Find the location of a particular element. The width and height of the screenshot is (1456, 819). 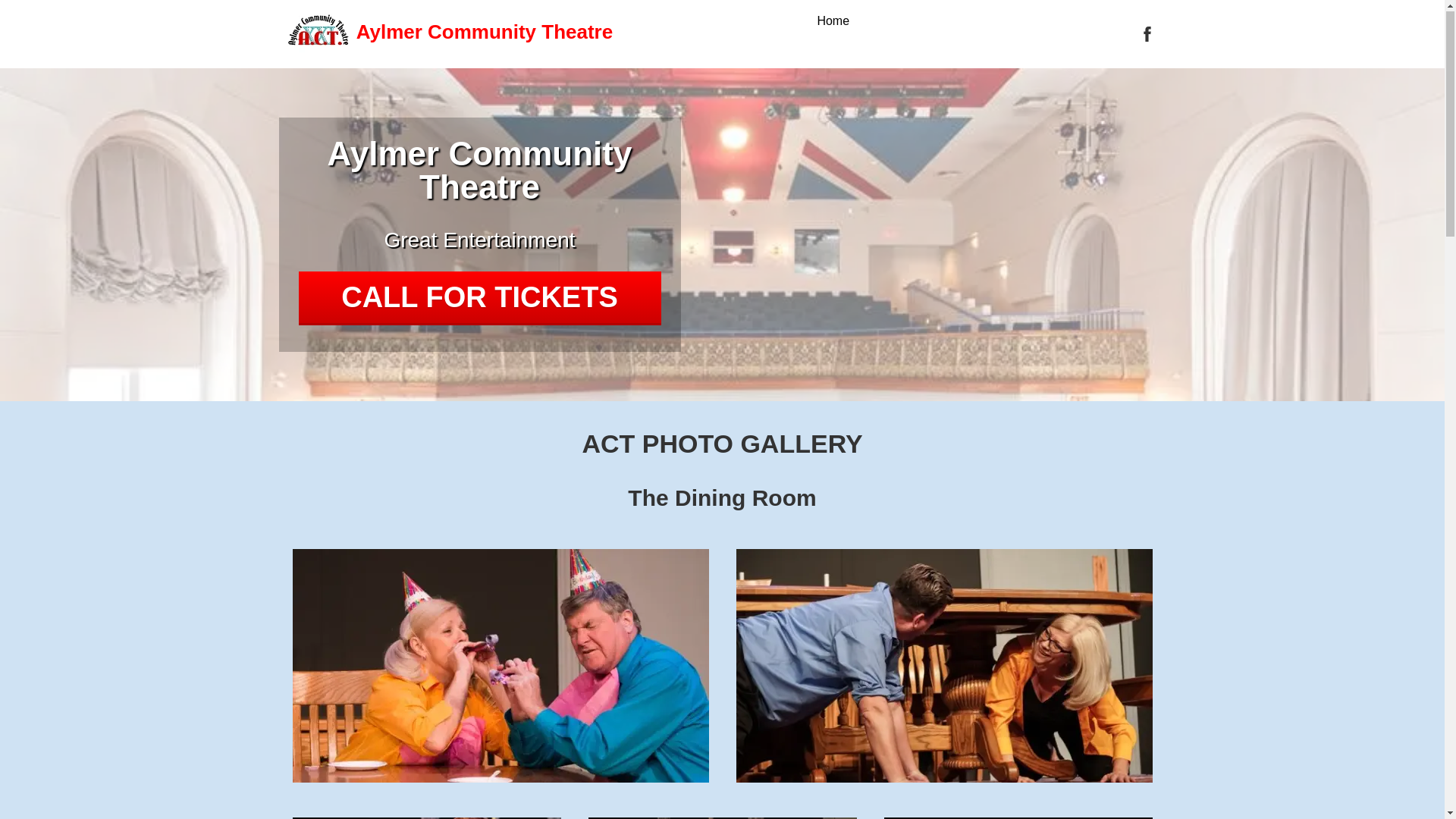

'Home' is located at coordinates (815, 22).